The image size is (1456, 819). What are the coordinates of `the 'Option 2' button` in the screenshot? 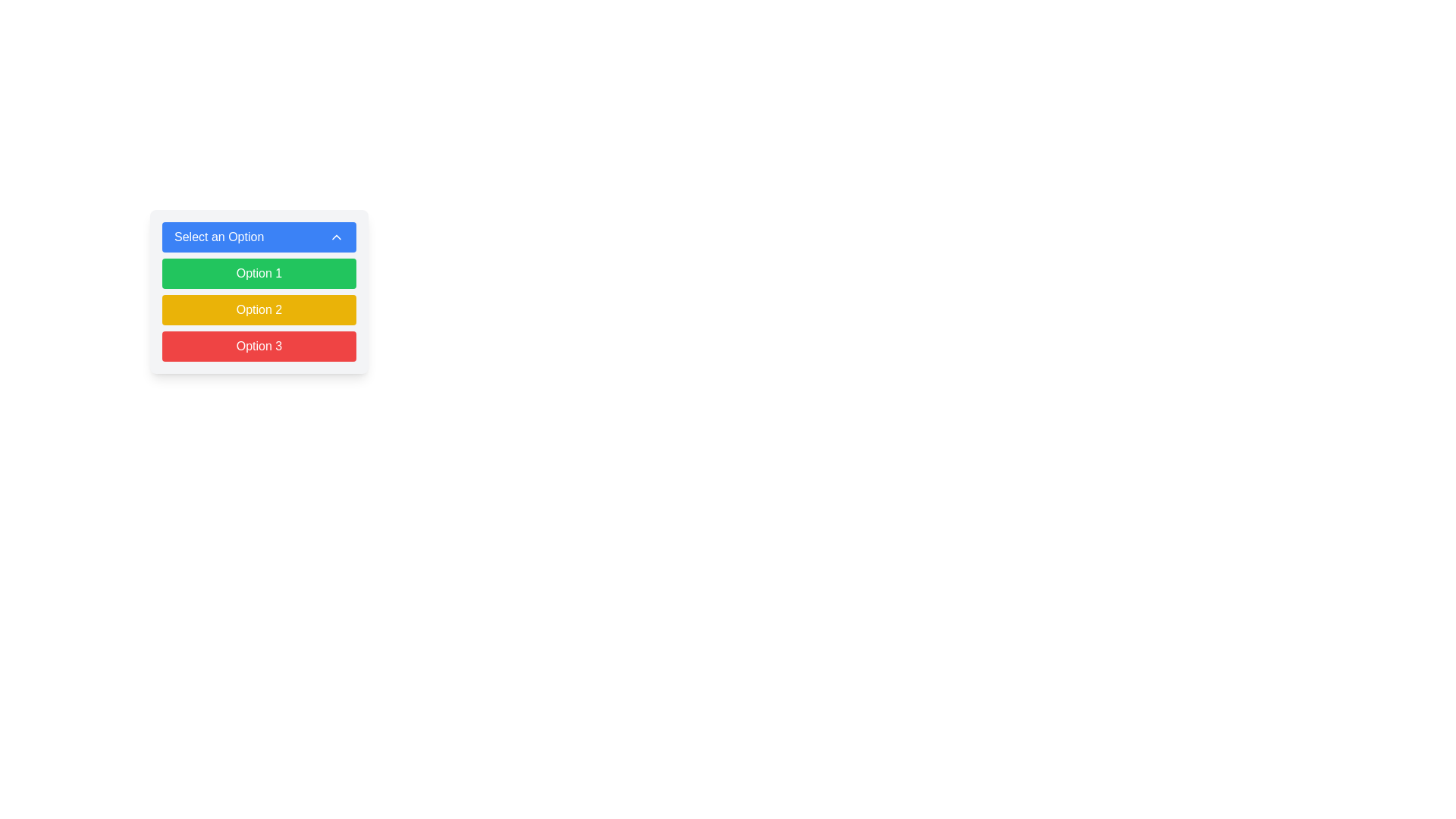 It's located at (259, 309).